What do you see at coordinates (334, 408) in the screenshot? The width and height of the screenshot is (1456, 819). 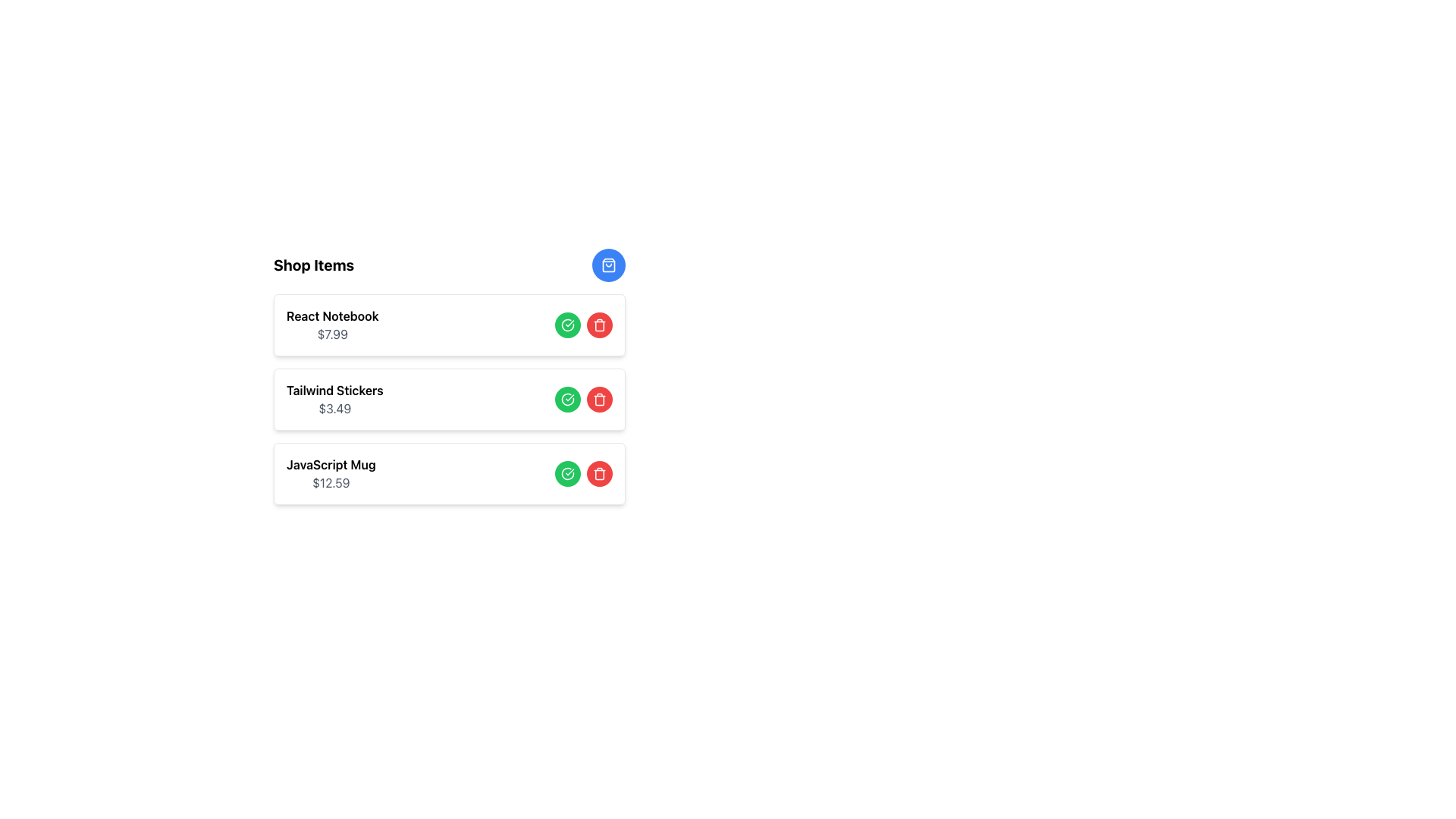 I see `the static text displaying the price of 'Tailwind Stickers', which is located directly below the product label in the second item slot of the list` at bounding box center [334, 408].